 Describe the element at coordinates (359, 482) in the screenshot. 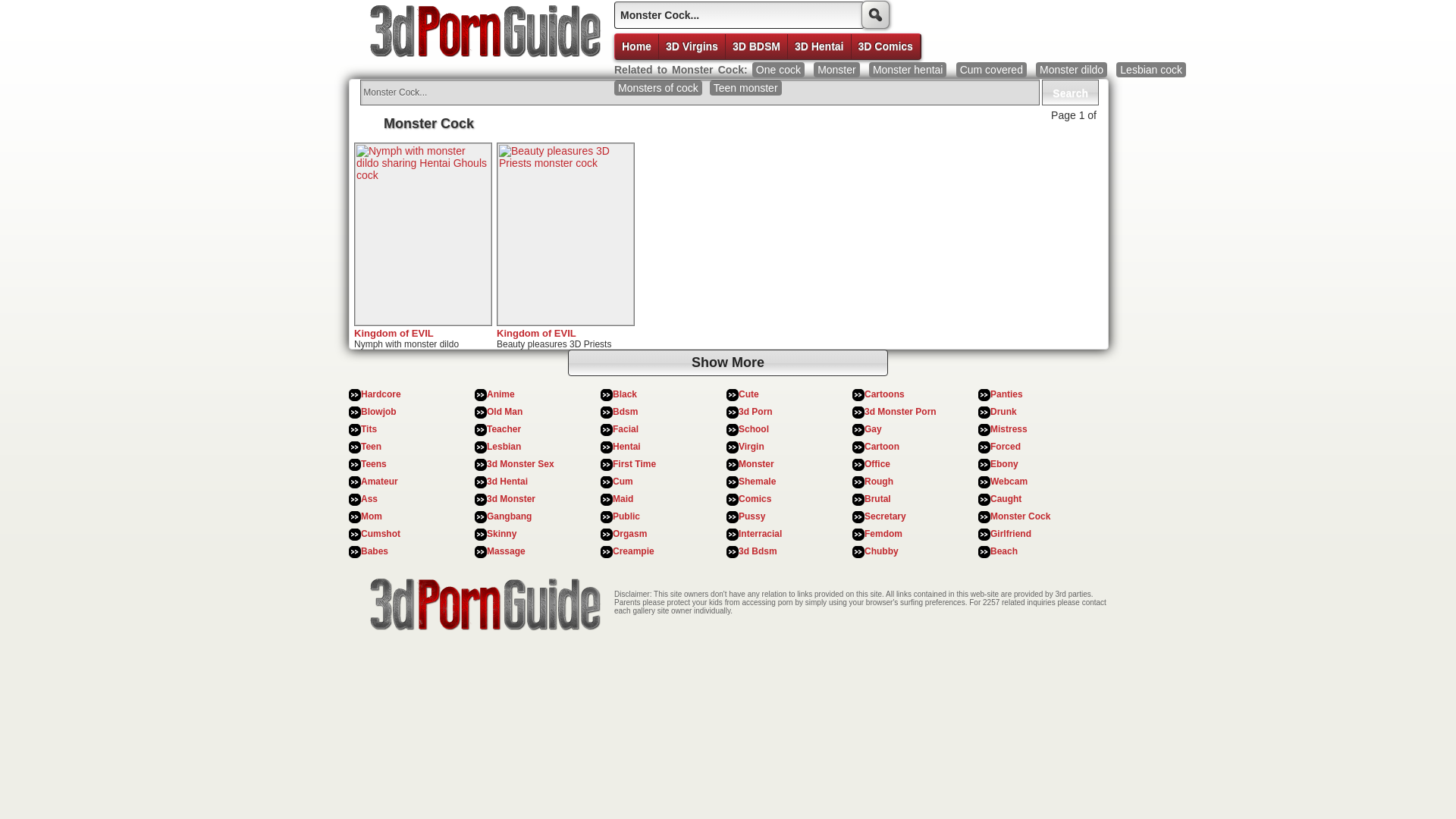

I see `'Amateur'` at that location.